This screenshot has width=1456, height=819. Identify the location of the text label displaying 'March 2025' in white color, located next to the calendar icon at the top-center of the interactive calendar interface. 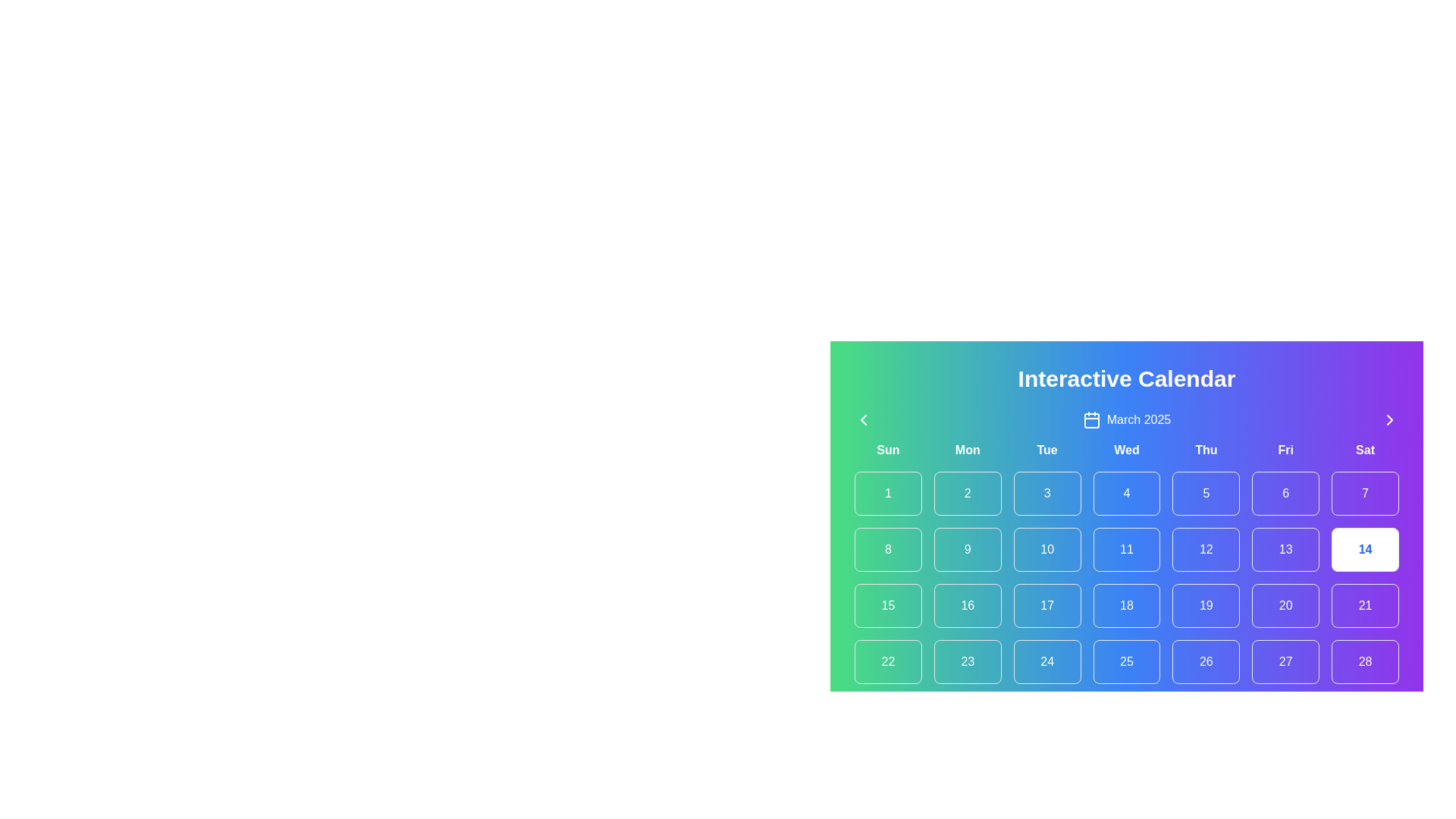
(1139, 420).